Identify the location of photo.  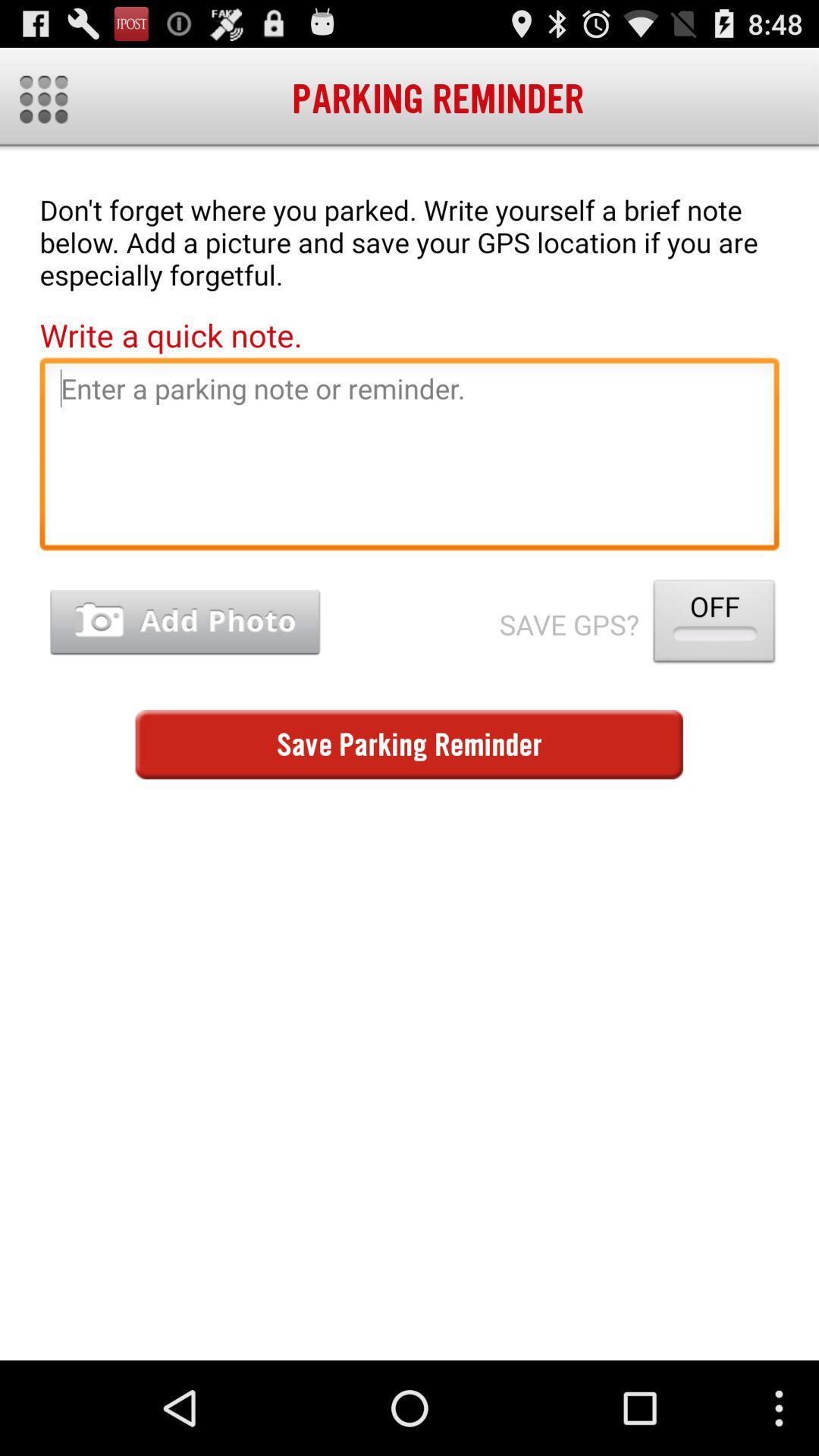
(184, 623).